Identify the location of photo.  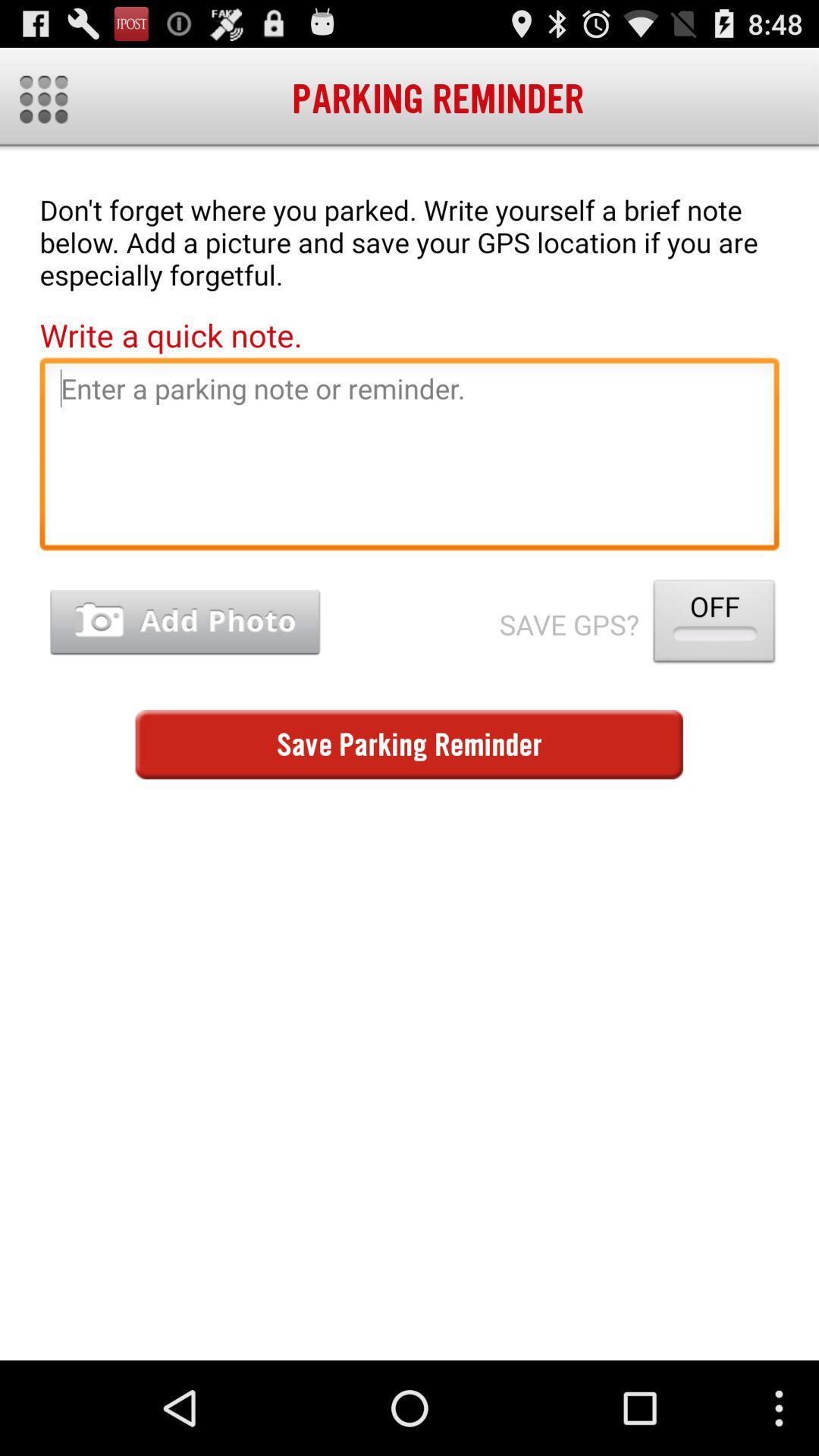
(184, 623).